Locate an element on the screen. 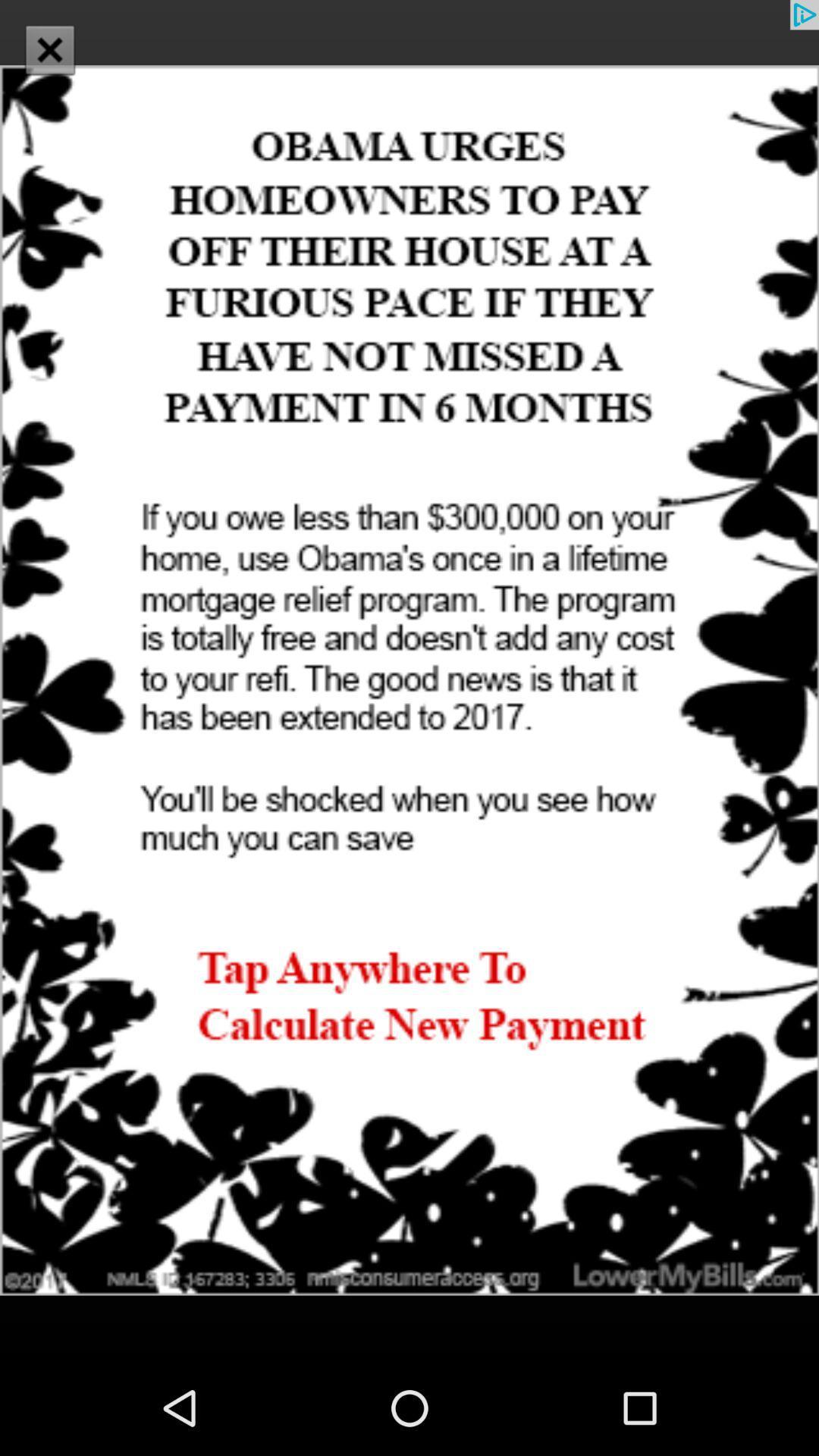  the close icon is located at coordinates (49, 53).